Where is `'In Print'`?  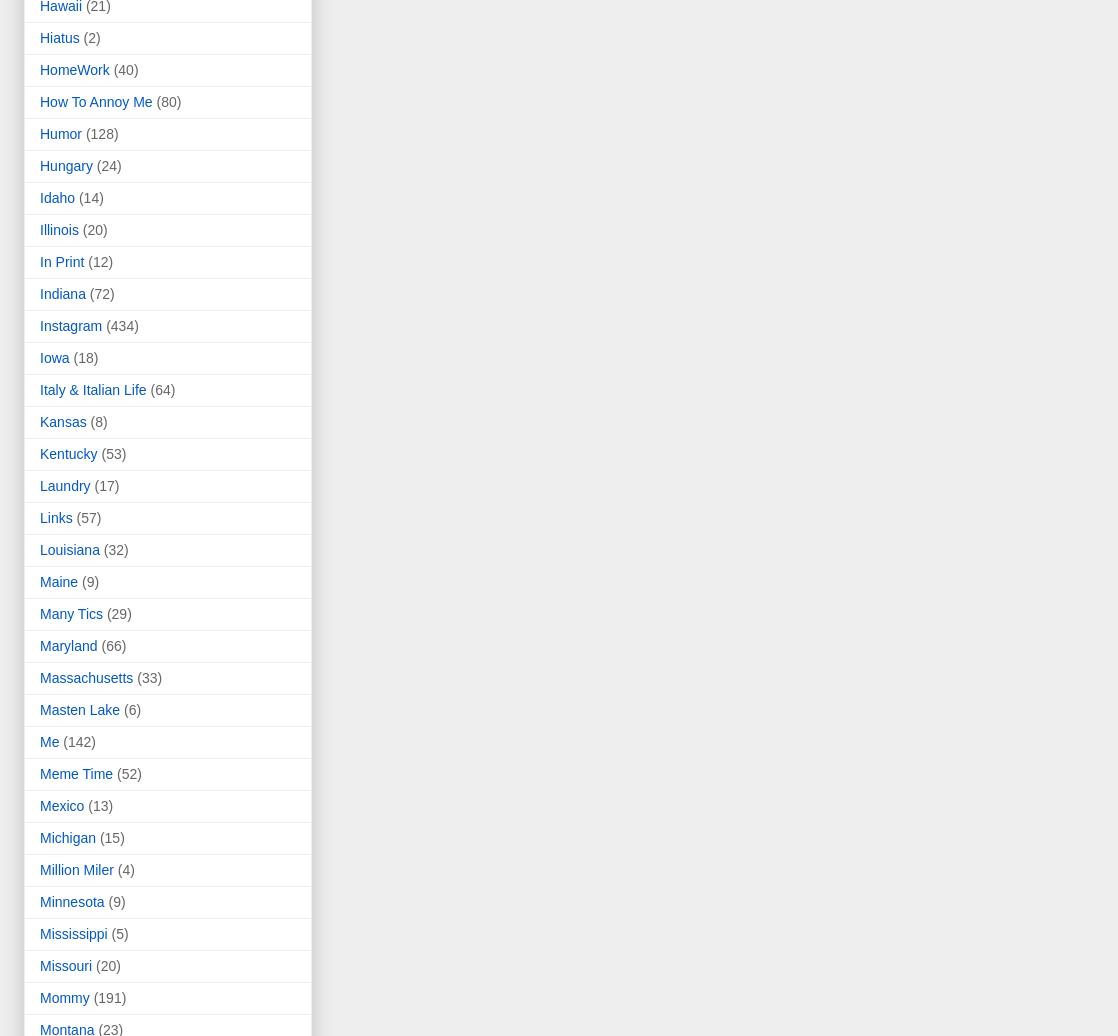 'In Print' is located at coordinates (62, 262).